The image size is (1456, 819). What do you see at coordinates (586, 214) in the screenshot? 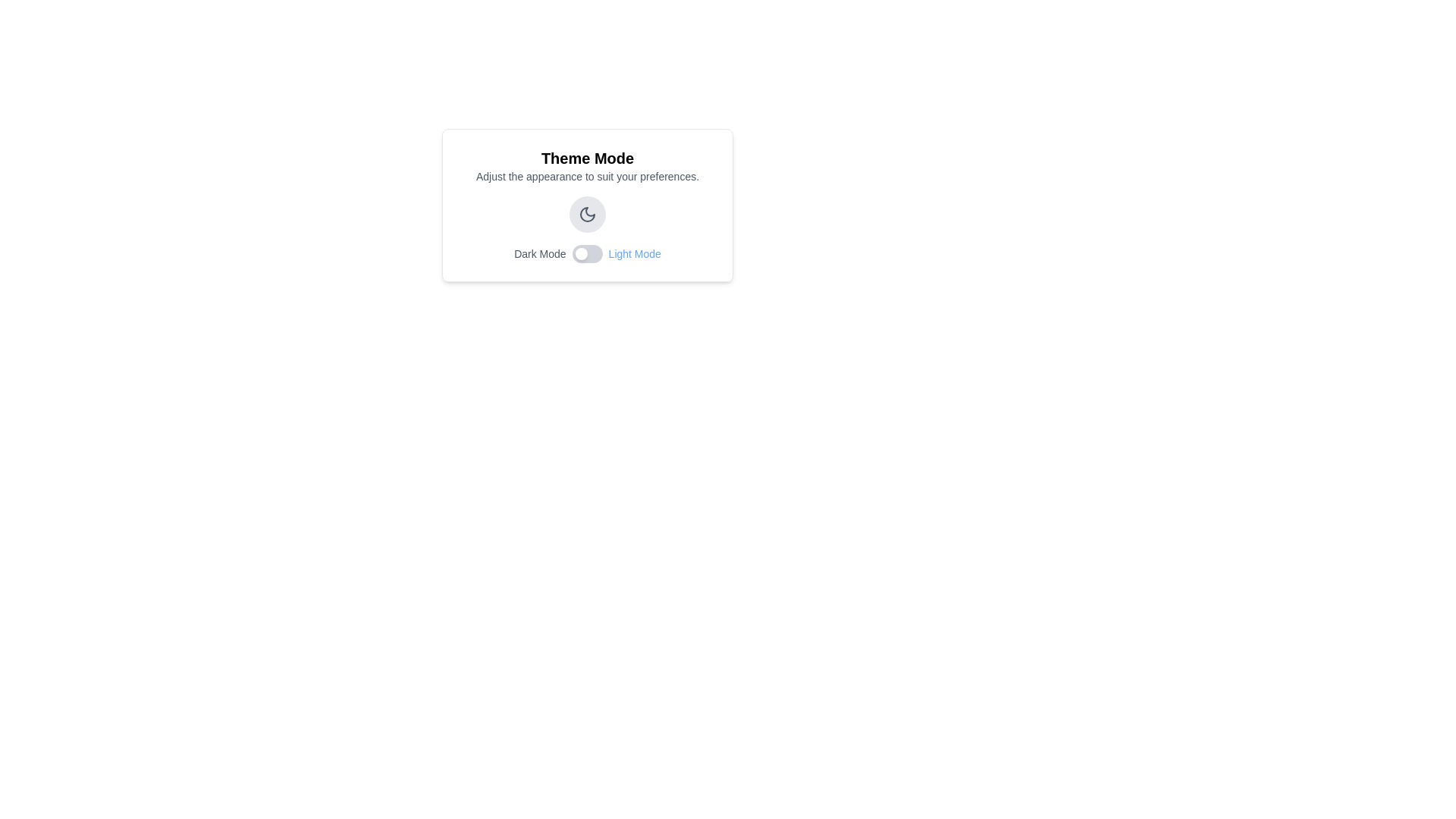
I see `the circular icon with a crescent moon symbol, which is located slightly below the title text 'Theme Mode' and above the toggle switch for dark mode and light mode options` at bounding box center [586, 214].